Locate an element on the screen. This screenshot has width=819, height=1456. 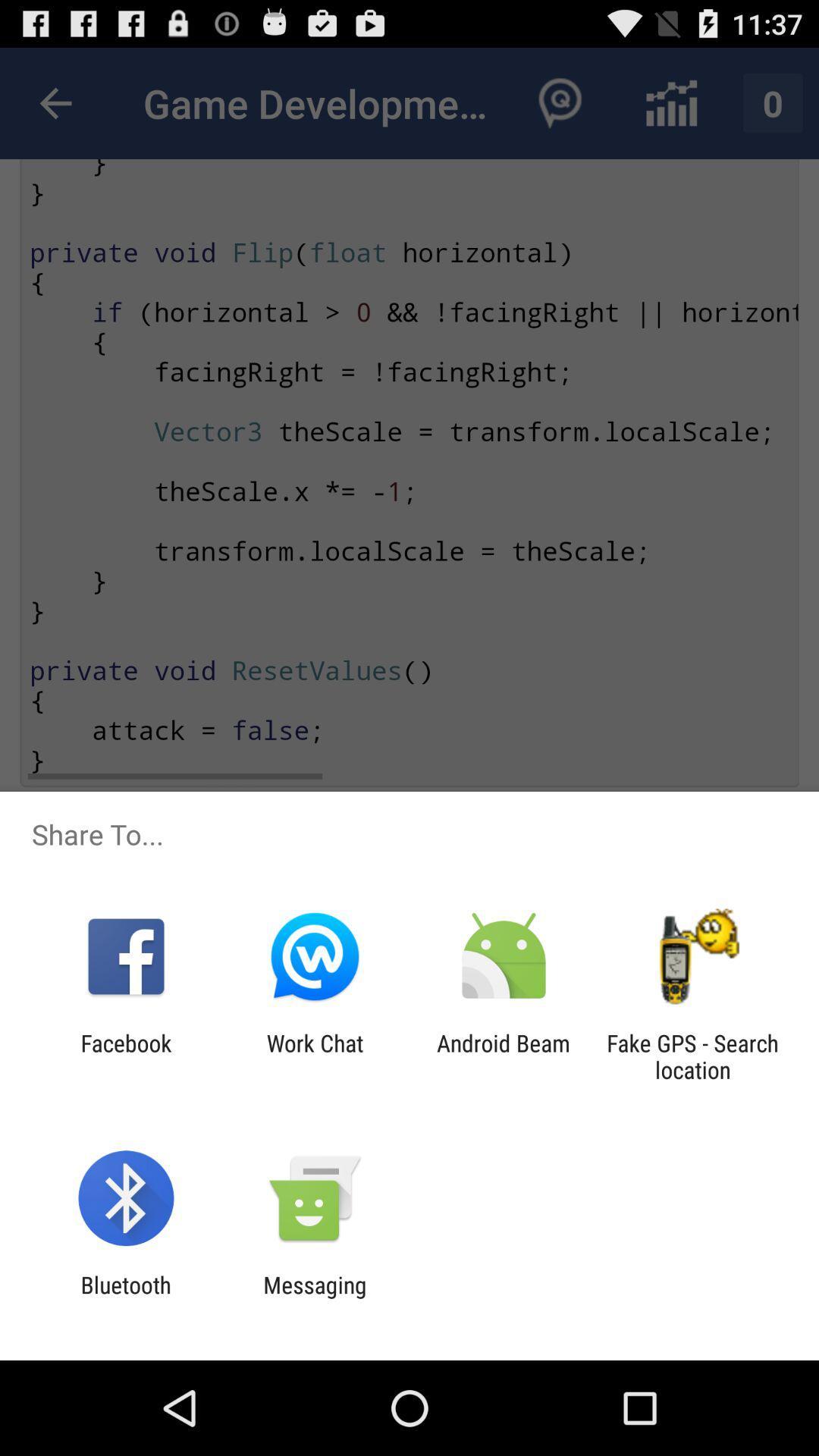
the icon to the right of the facebook item is located at coordinates (314, 1056).